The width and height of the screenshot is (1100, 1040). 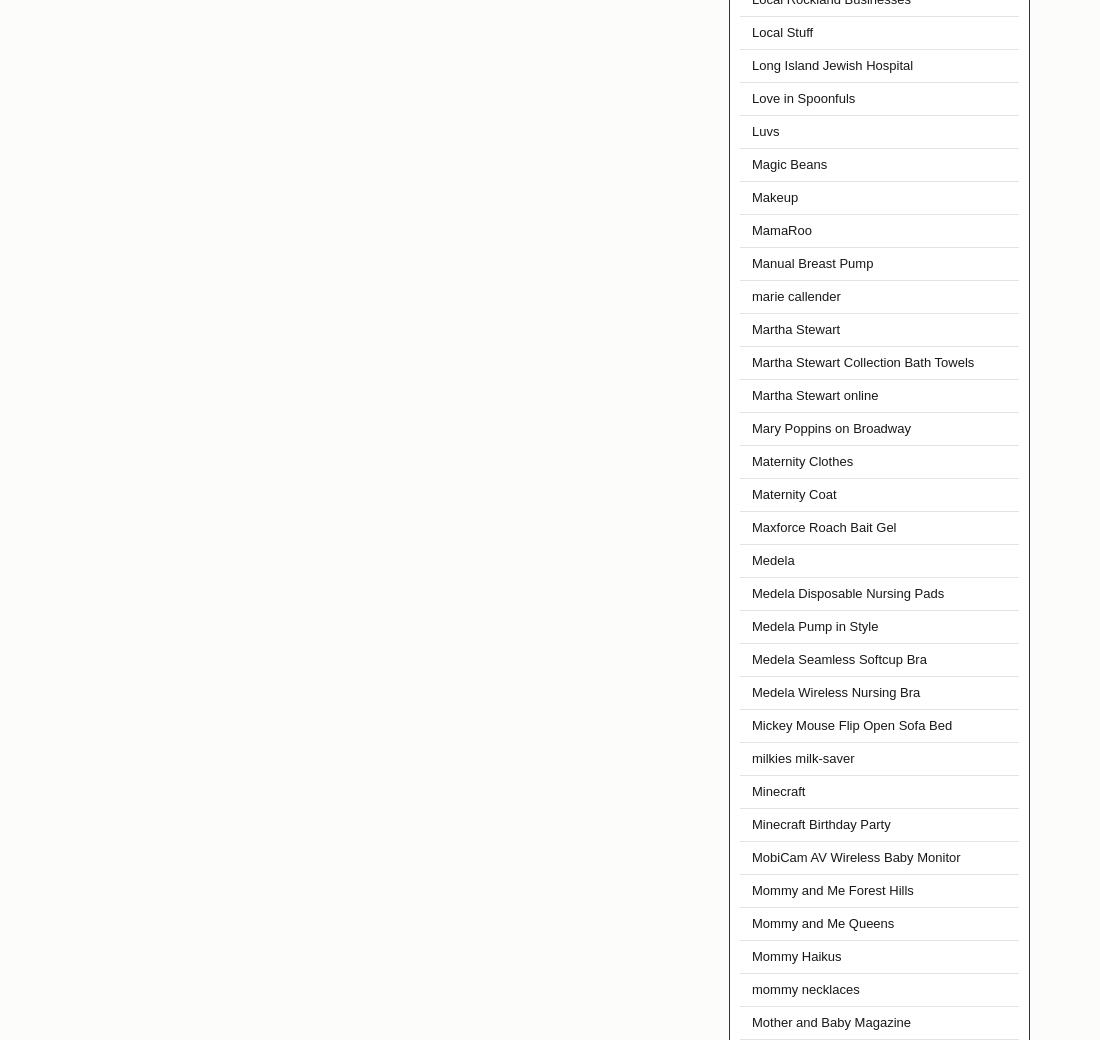 I want to click on 'Minecraft Birthday Party', so click(x=821, y=823).